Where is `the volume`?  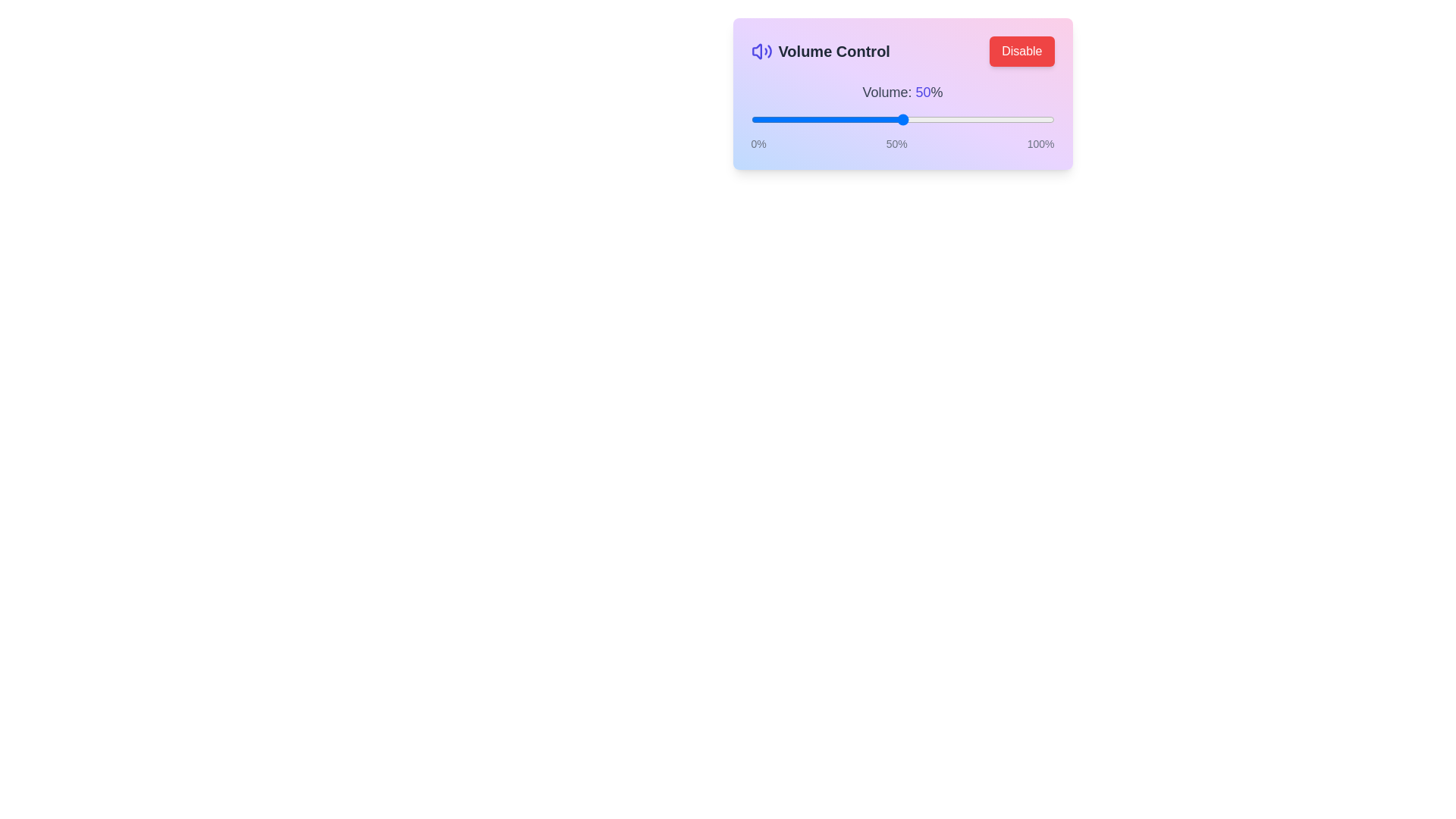
the volume is located at coordinates (893, 119).